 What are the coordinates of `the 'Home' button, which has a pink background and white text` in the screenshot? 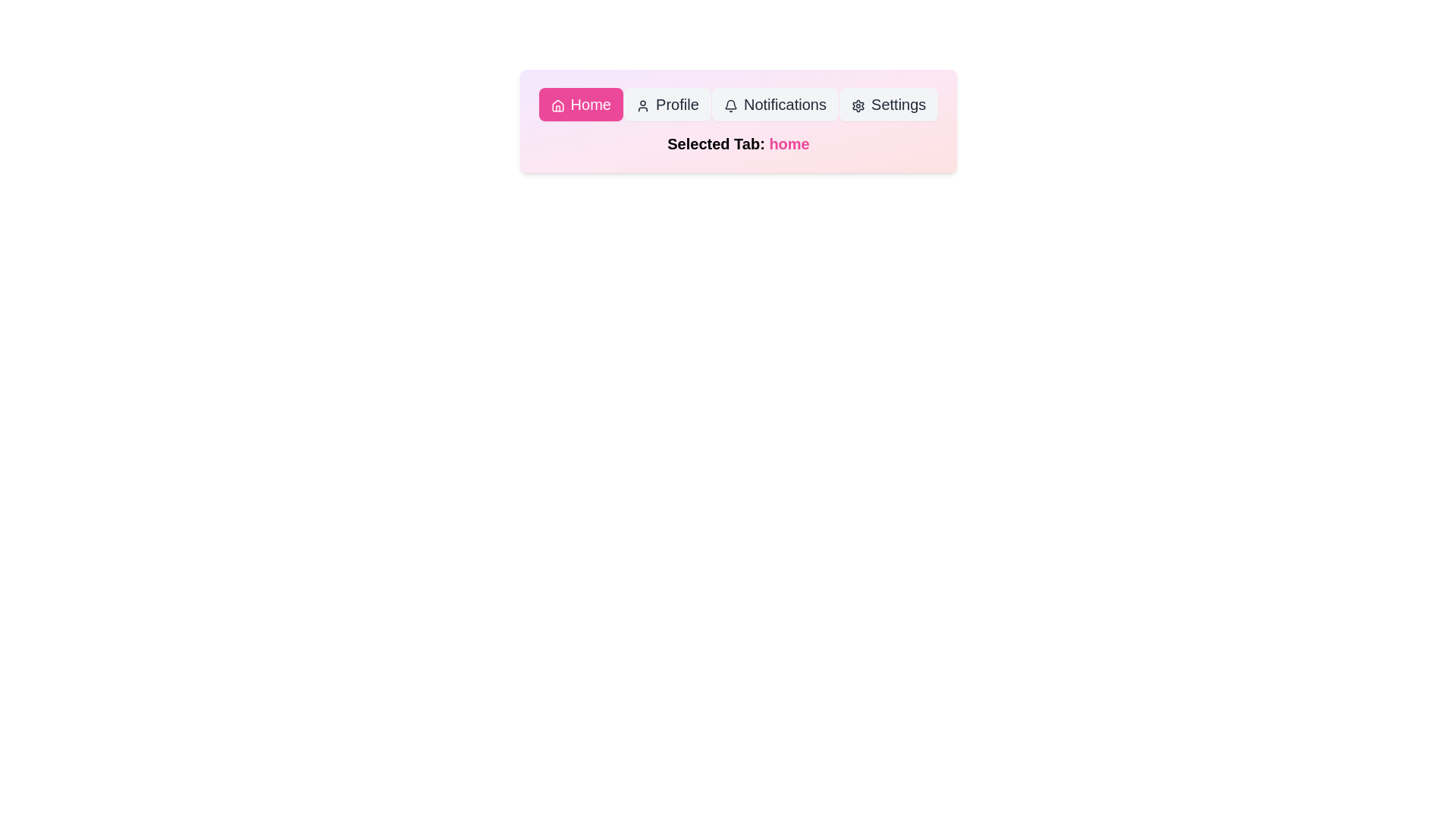 It's located at (580, 104).